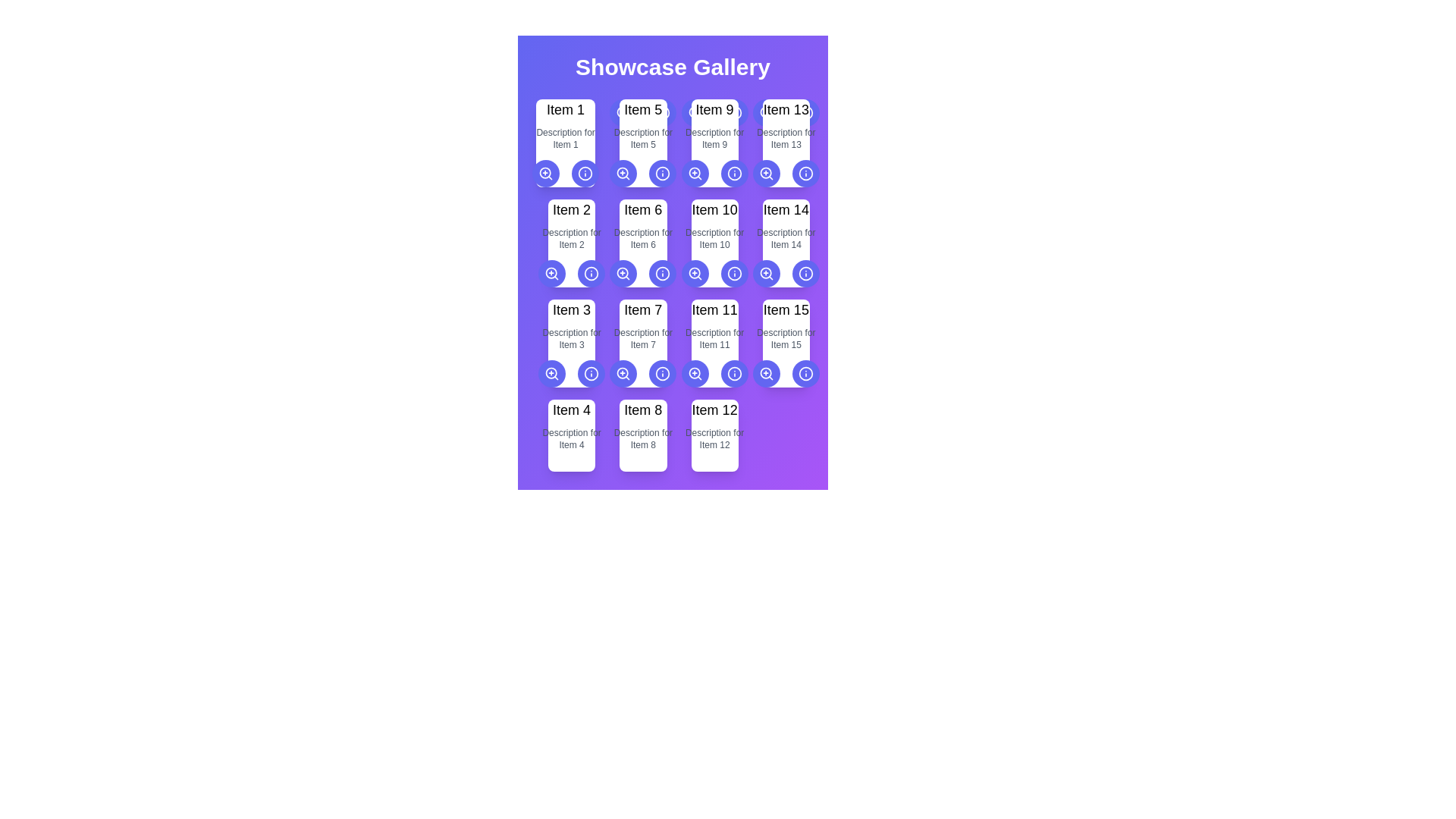  What do you see at coordinates (623, 374) in the screenshot?
I see `the circular button with an indigo-blue background and a magnifying glass icon located in the fourth row under the 'Item 7' card` at bounding box center [623, 374].